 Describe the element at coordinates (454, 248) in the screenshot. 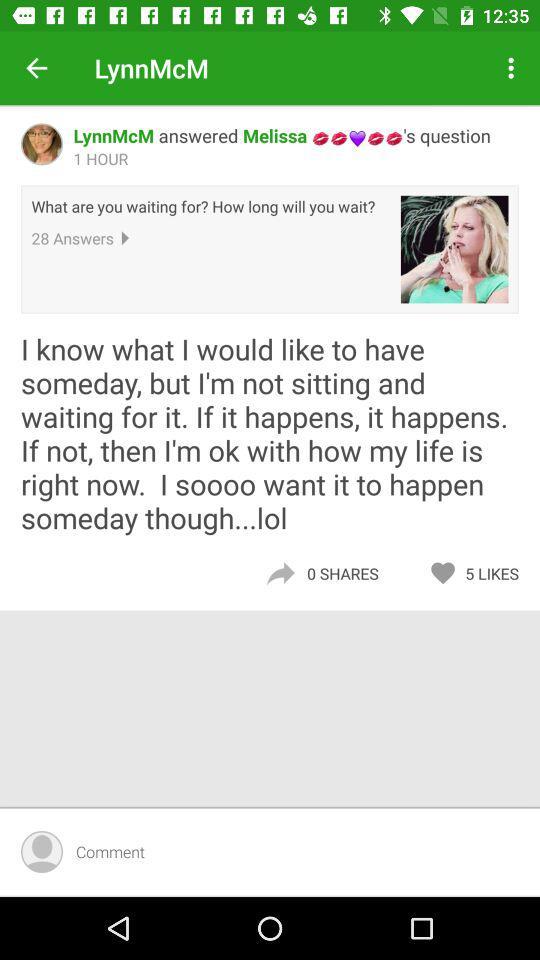

I see `the item below the lynnmcm answered melissa` at that location.